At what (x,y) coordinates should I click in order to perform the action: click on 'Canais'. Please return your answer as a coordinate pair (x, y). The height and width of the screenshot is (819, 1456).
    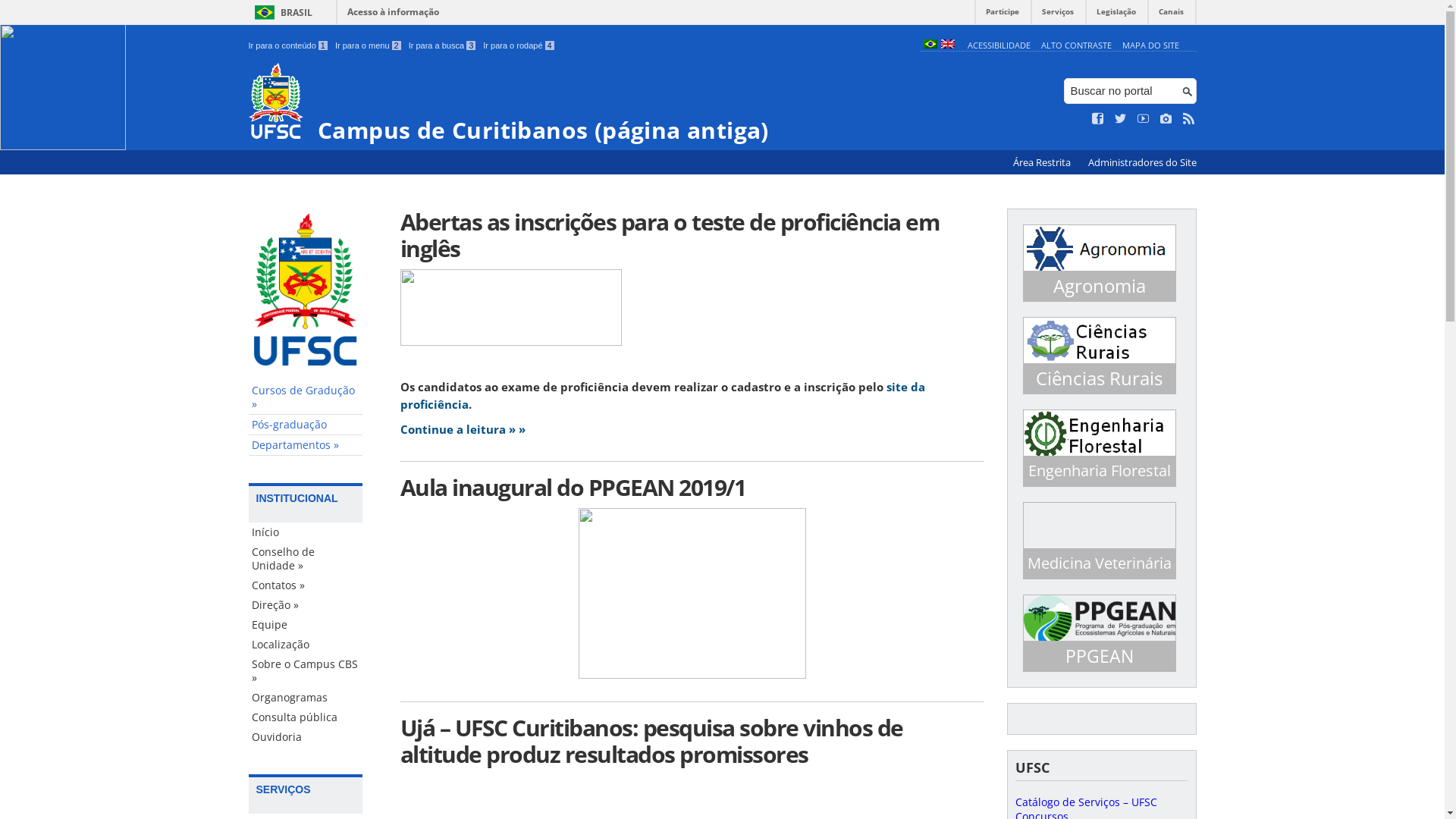
    Looking at the image, I should click on (1170, 15).